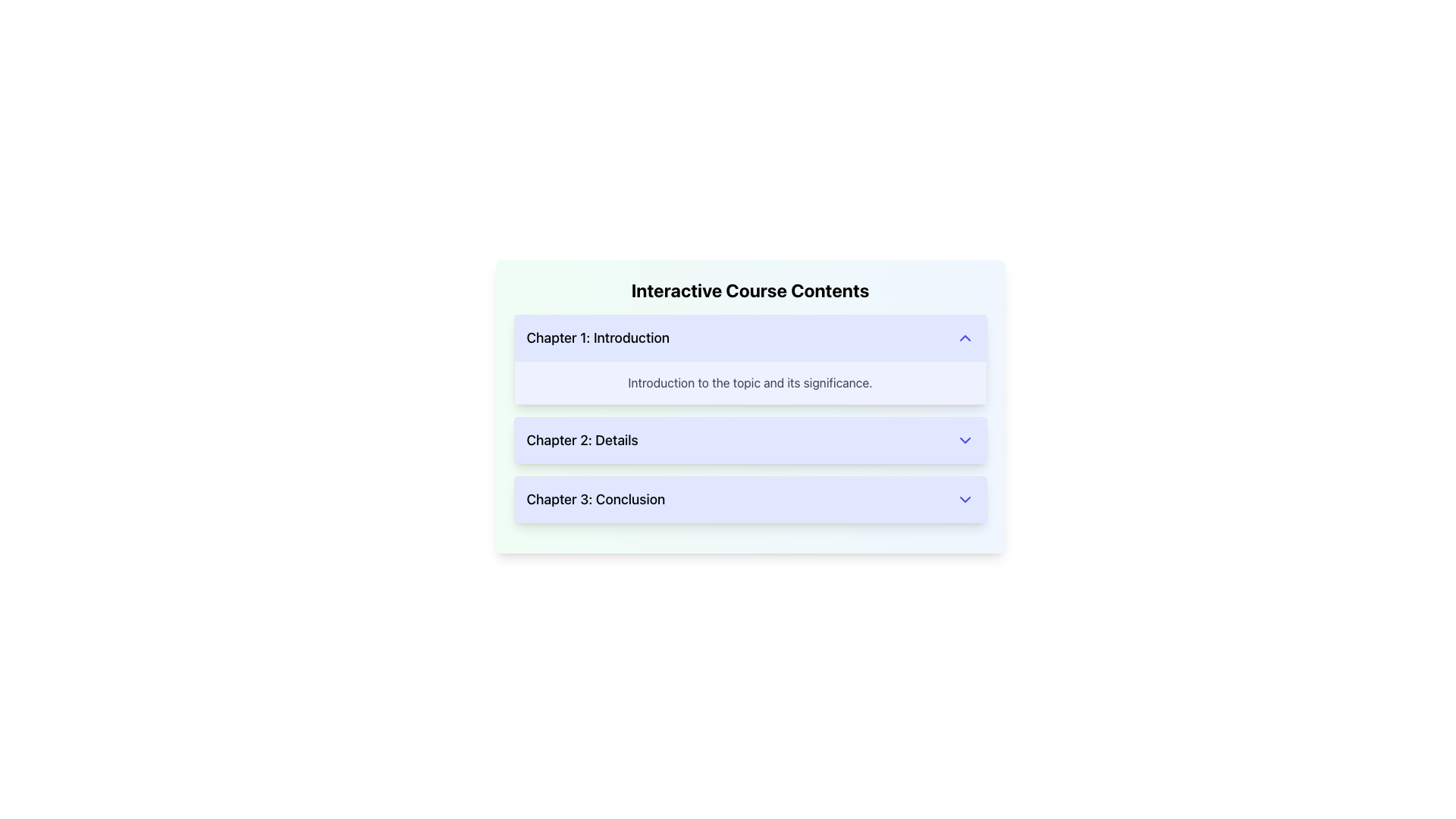 The image size is (1456, 819). I want to click on the 'Chapter 3: Conclusion' button with a lavender background, so click(750, 500).